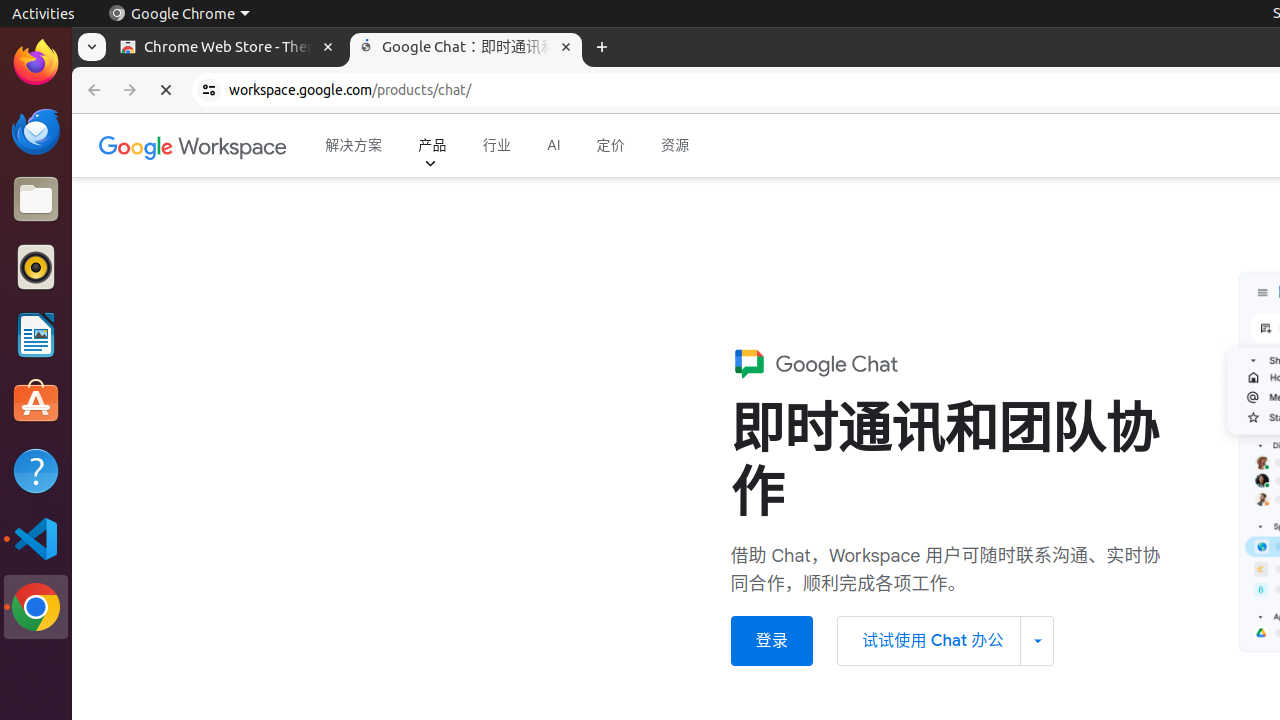  What do you see at coordinates (35, 265) in the screenshot?
I see `'Rhythmbox'` at bounding box center [35, 265].